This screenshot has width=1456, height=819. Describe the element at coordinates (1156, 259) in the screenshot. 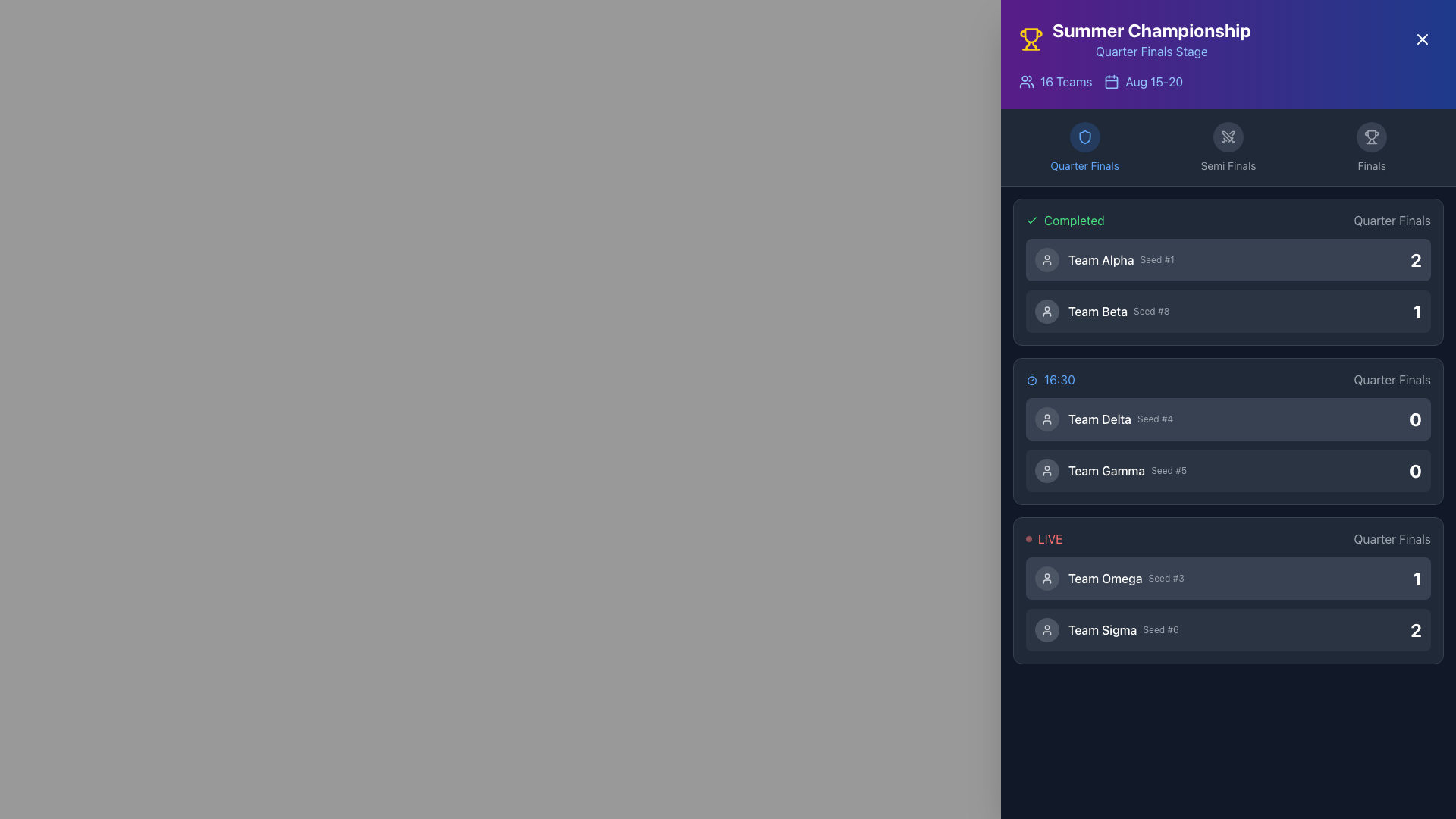

I see `the label displaying the seeding number of 'Team Alpha' located in the 'Completed' section of the results list` at that location.